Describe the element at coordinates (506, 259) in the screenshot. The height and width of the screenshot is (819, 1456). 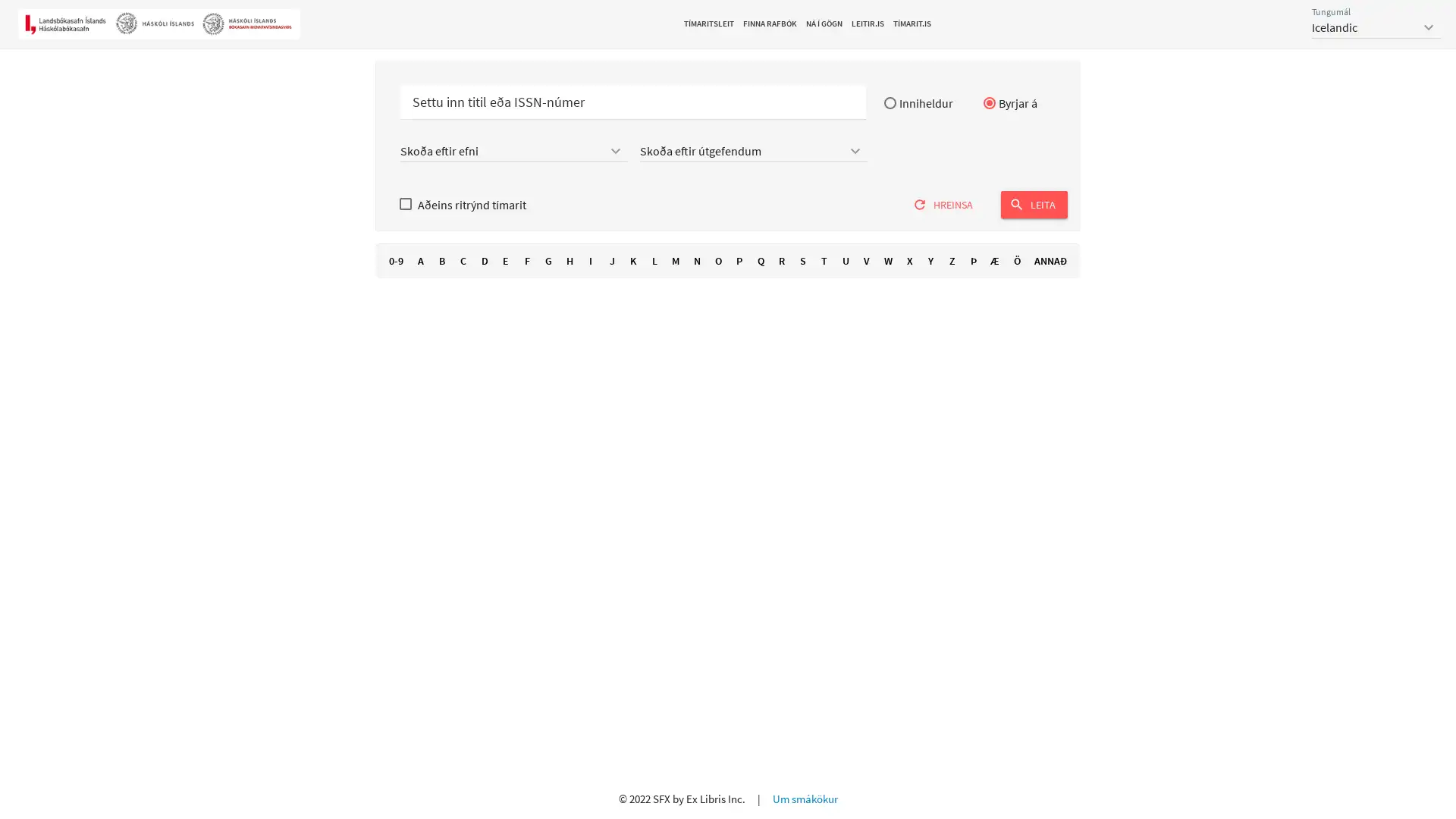
I see `E` at that location.